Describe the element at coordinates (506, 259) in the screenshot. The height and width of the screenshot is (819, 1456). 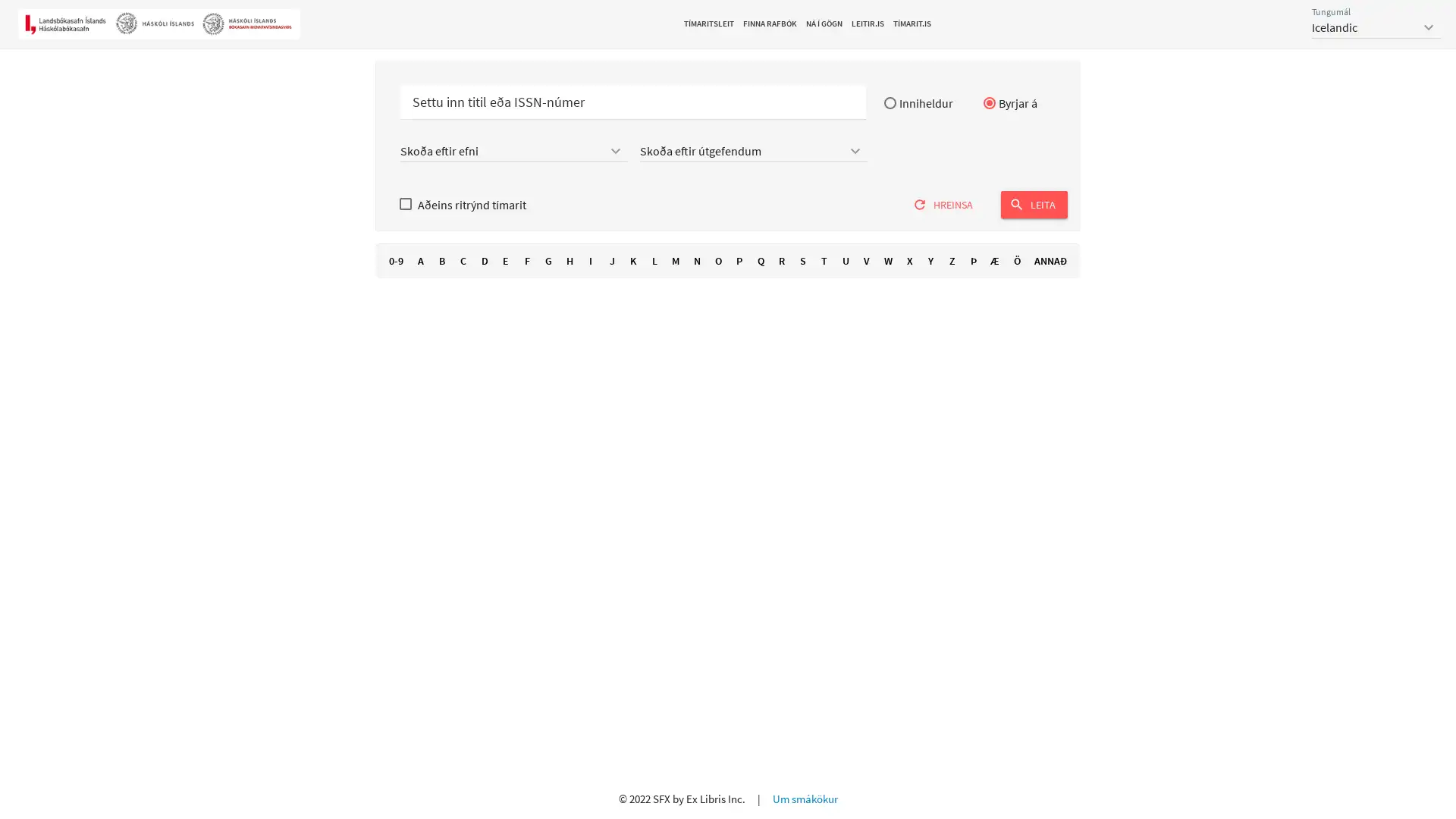
I see `E` at that location.